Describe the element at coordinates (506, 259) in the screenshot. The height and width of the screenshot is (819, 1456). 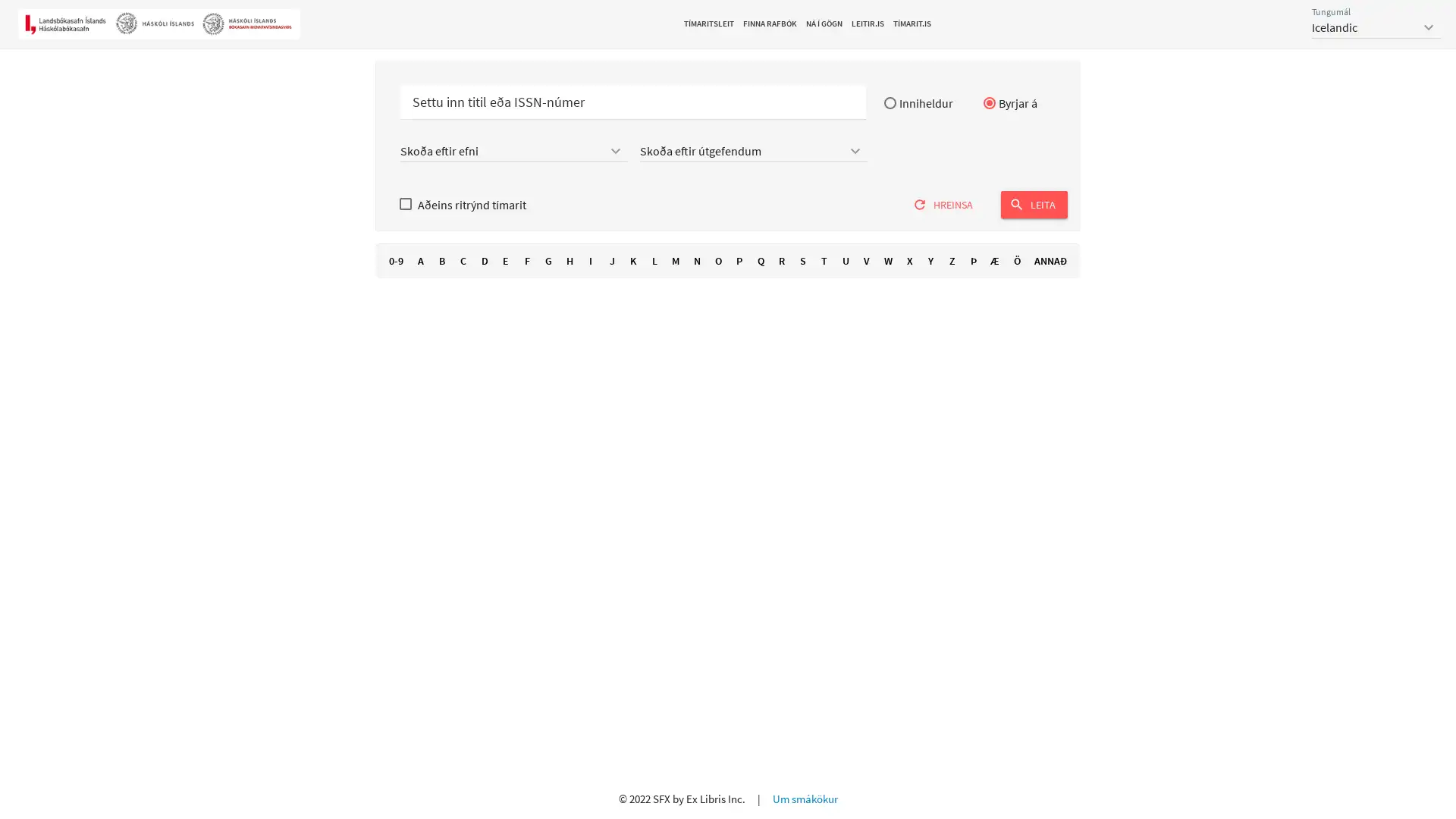
I see `E` at that location.